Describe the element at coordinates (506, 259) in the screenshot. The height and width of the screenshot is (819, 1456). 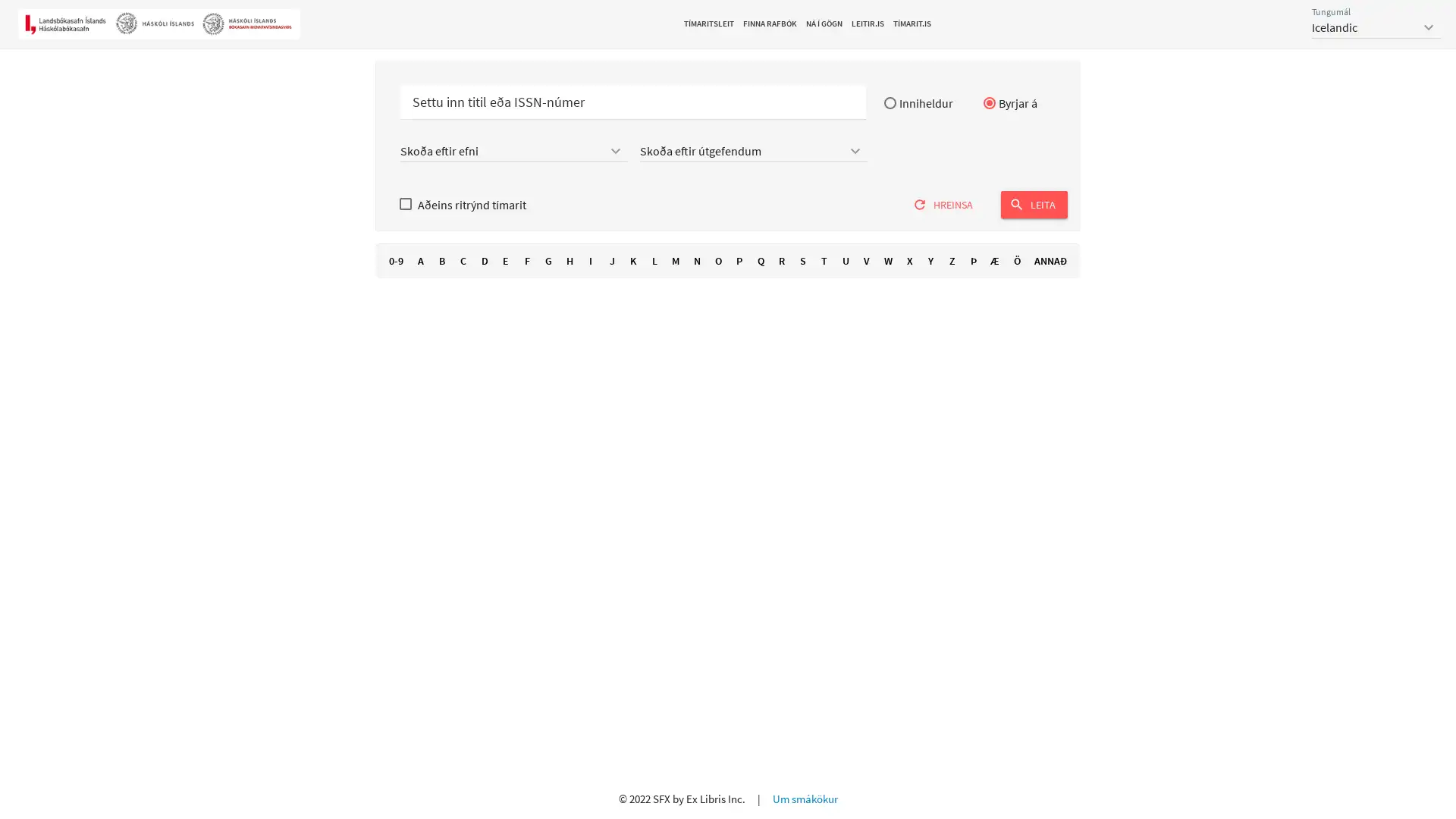
I see `E` at that location.